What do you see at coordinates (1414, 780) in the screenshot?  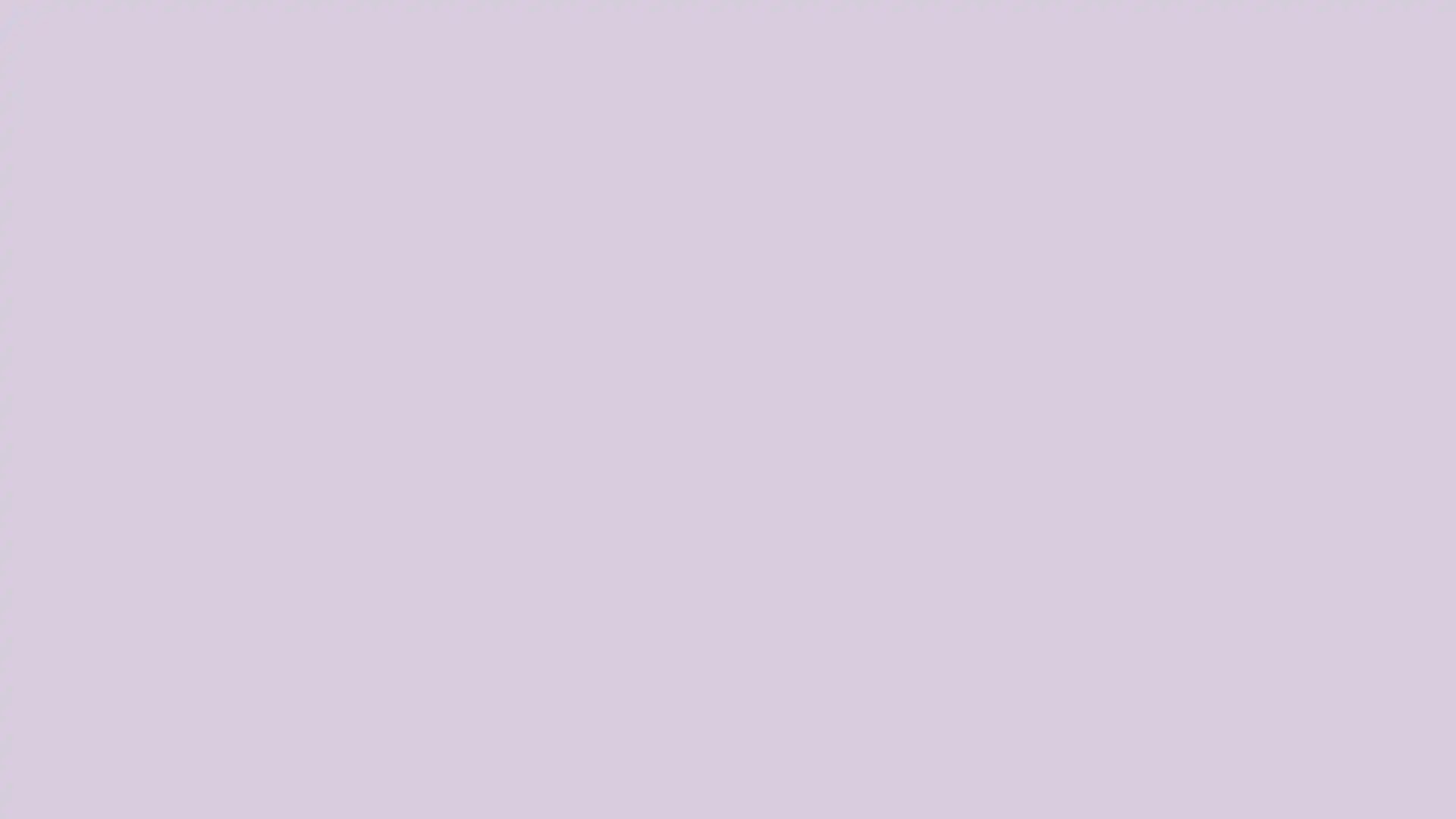 I see `Export to PDF` at bounding box center [1414, 780].